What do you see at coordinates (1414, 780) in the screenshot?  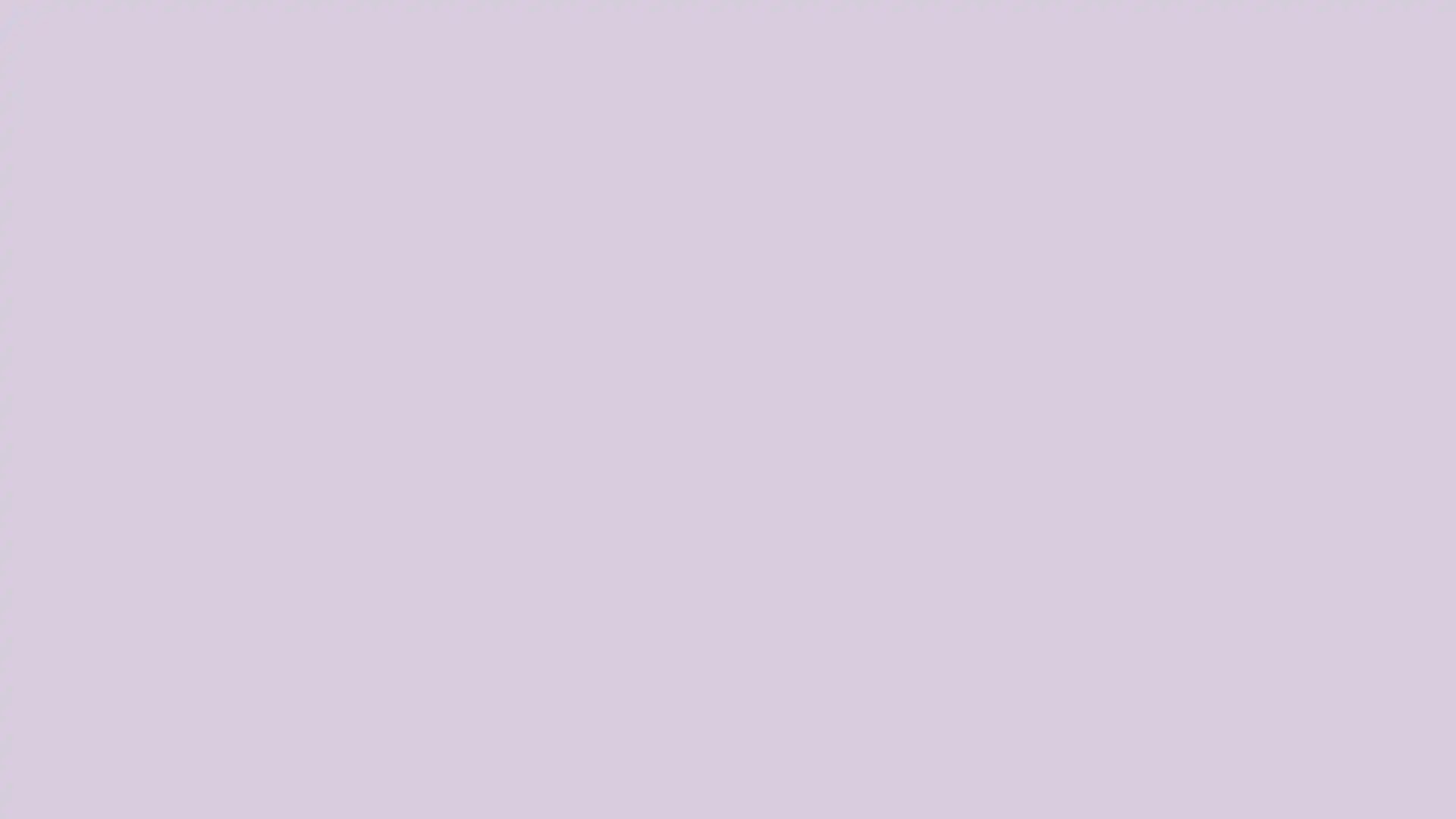 I see `Export to PDF` at bounding box center [1414, 780].